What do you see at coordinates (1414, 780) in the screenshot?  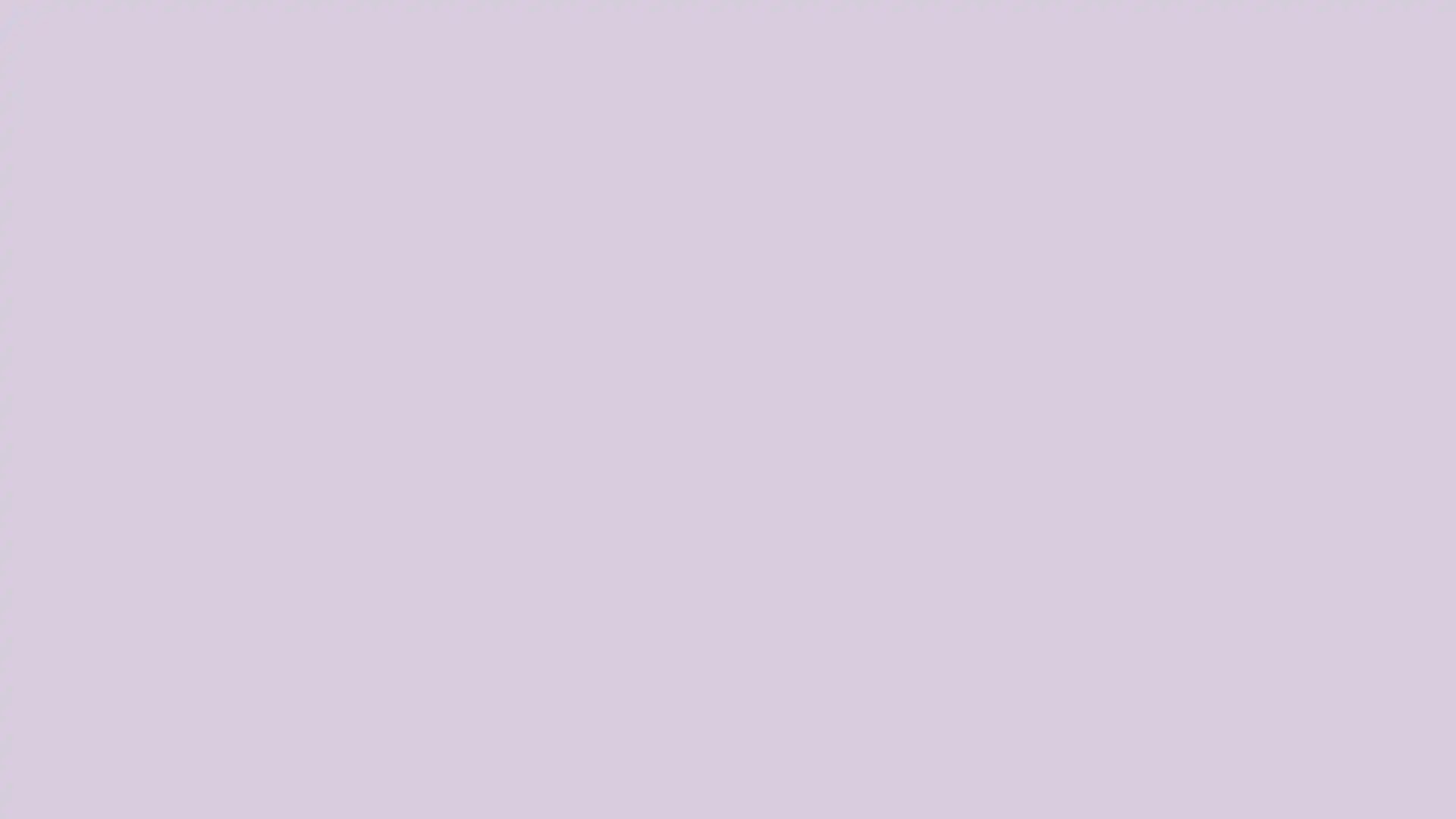 I see `Export to PDF` at bounding box center [1414, 780].